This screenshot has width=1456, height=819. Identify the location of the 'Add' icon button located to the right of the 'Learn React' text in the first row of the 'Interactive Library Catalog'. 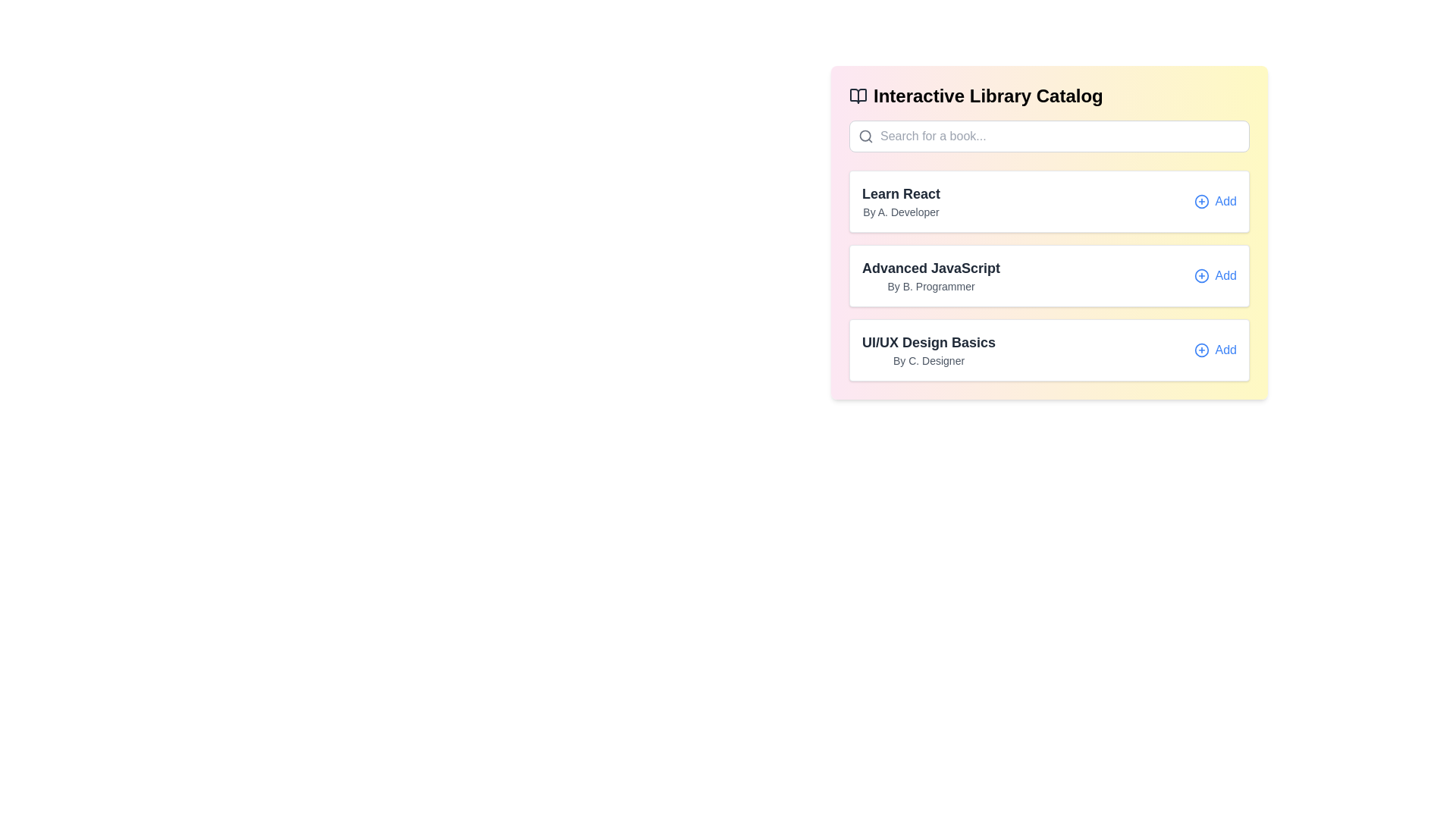
(1200, 201).